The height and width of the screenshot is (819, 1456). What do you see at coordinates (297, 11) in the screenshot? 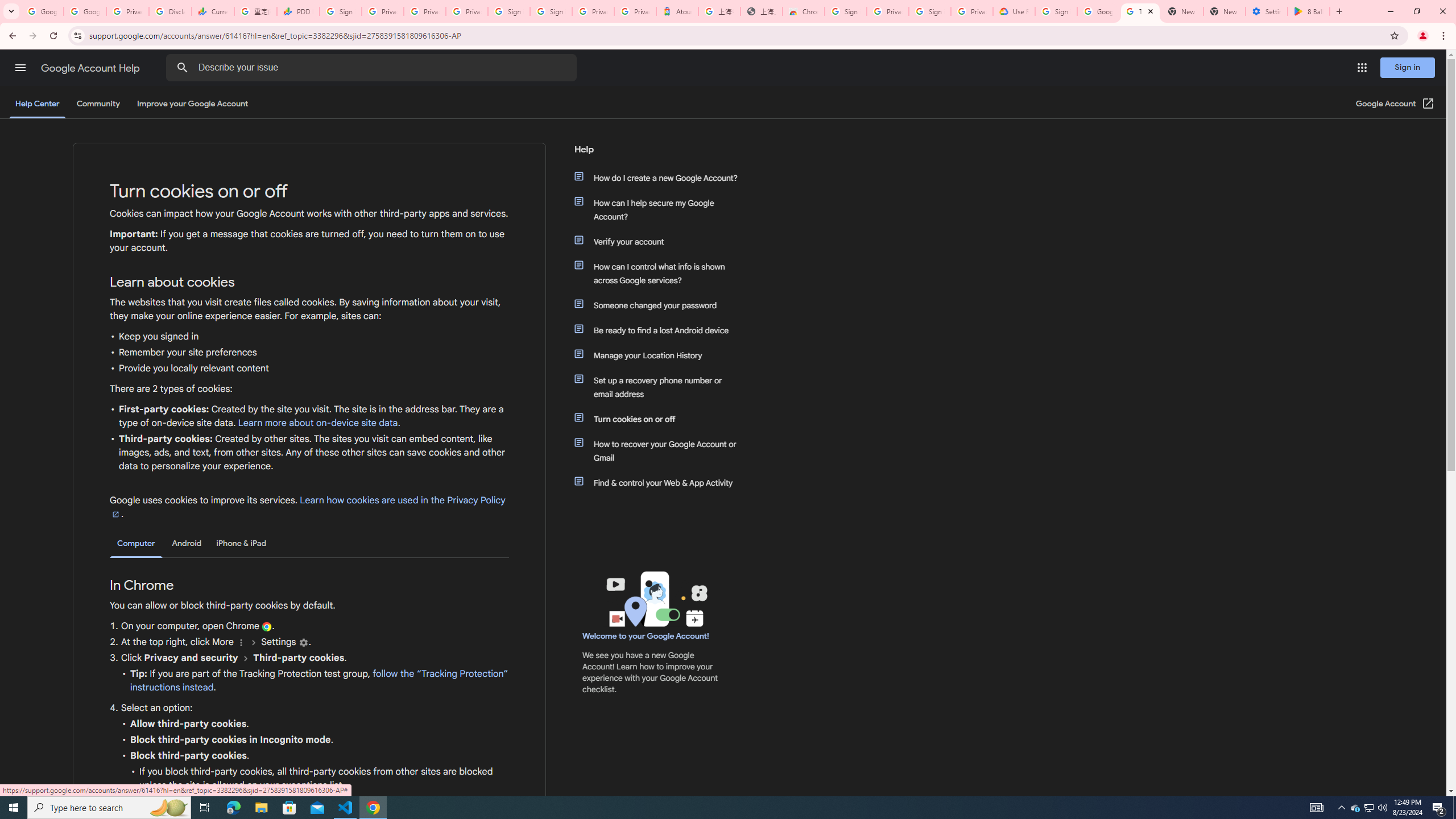
I see `'PDD Holdings Inc - ADR (PDD) Price & News - Google Finance'` at bounding box center [297, 11].